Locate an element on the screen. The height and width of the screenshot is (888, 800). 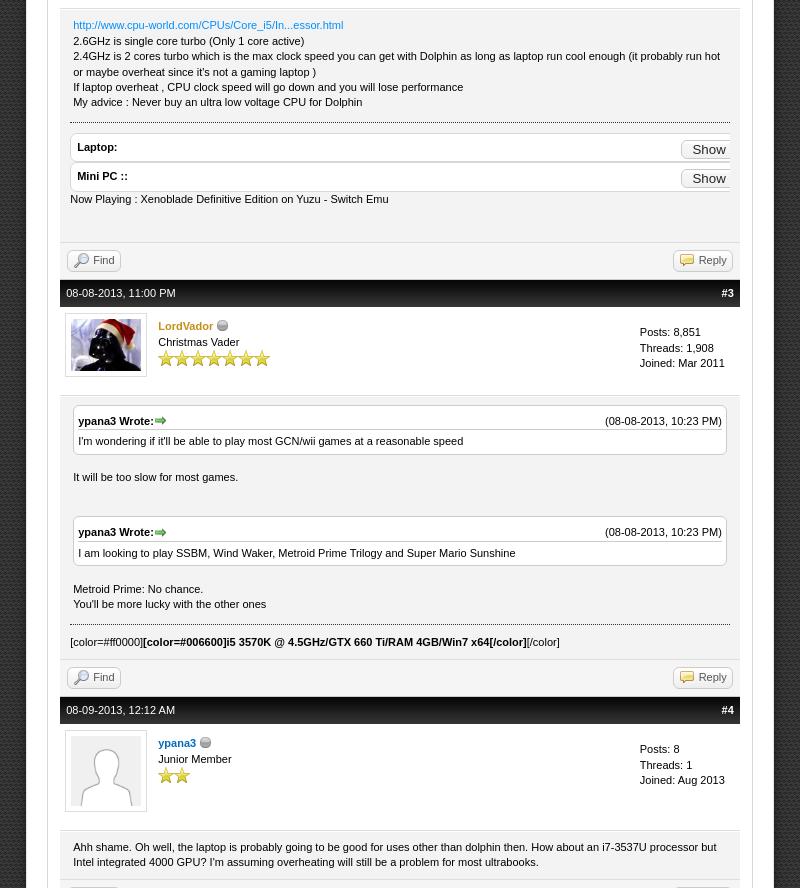
'Posts: 8,851' is located at coordinates (669, 331).